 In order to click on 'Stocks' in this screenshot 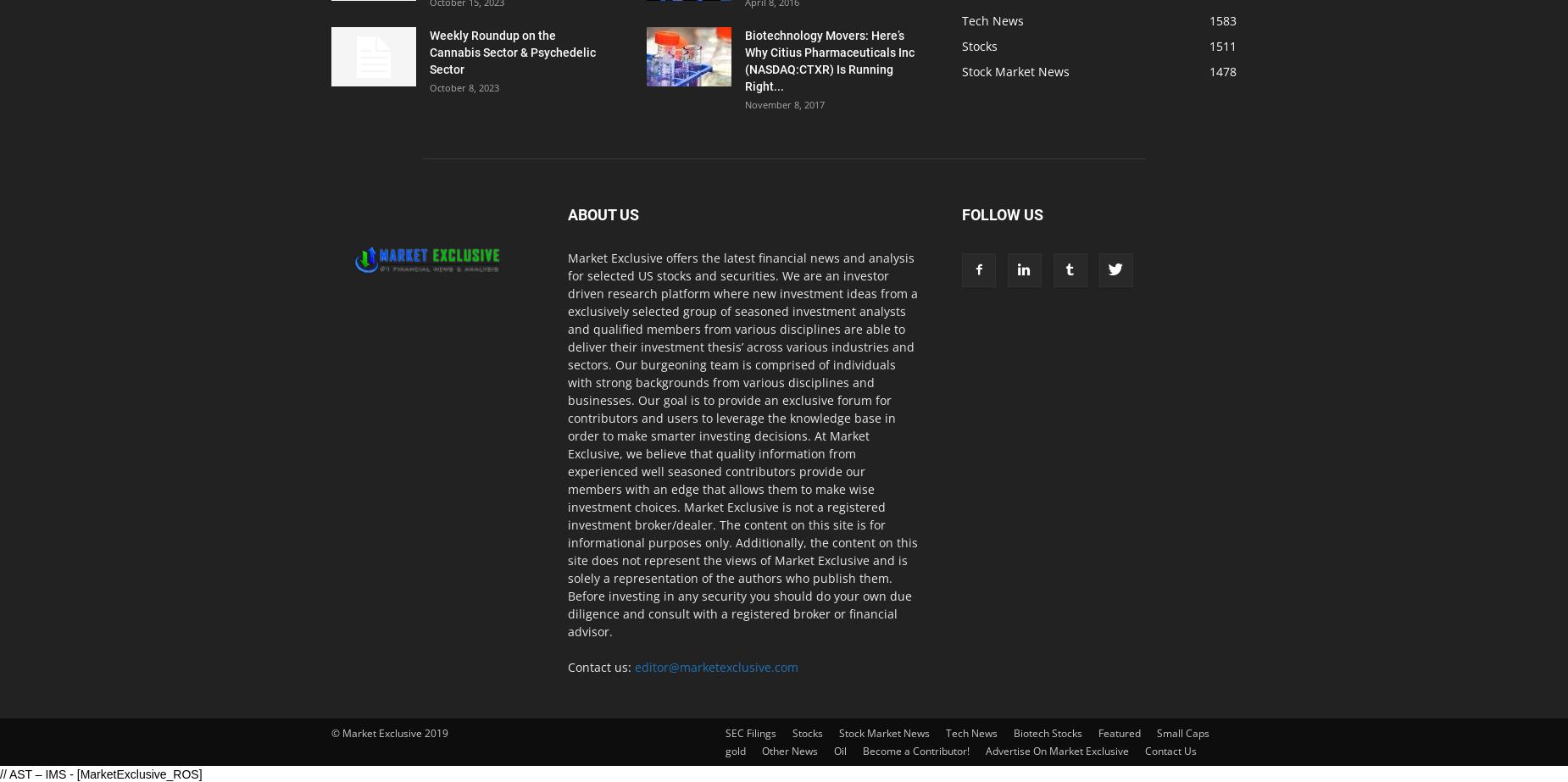, I will do `click(979, 46)`.